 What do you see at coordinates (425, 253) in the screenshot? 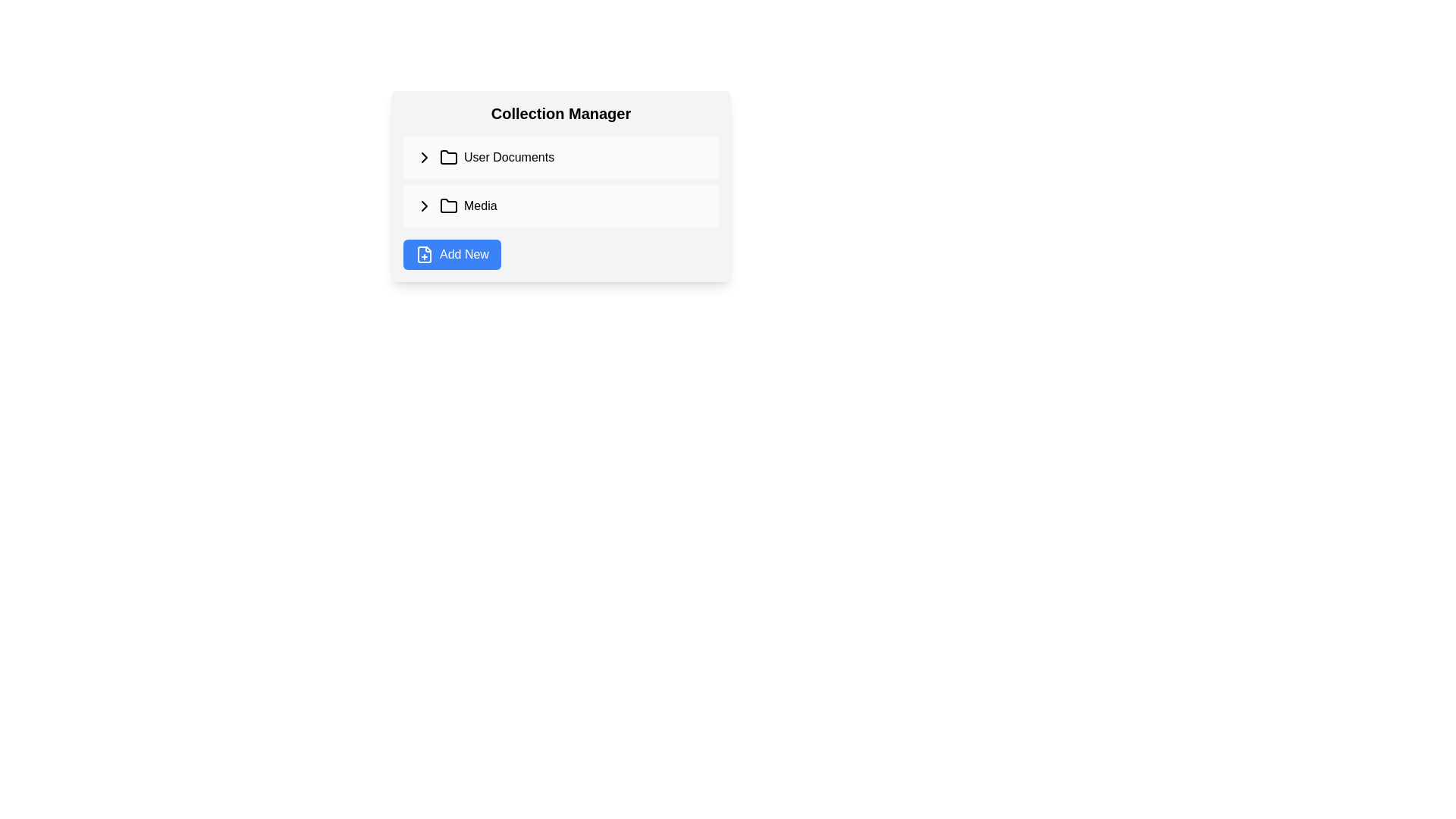
I see `the add new item icon located to the left of the text label within the 'Add New' button` at bounding box center [425, 253].